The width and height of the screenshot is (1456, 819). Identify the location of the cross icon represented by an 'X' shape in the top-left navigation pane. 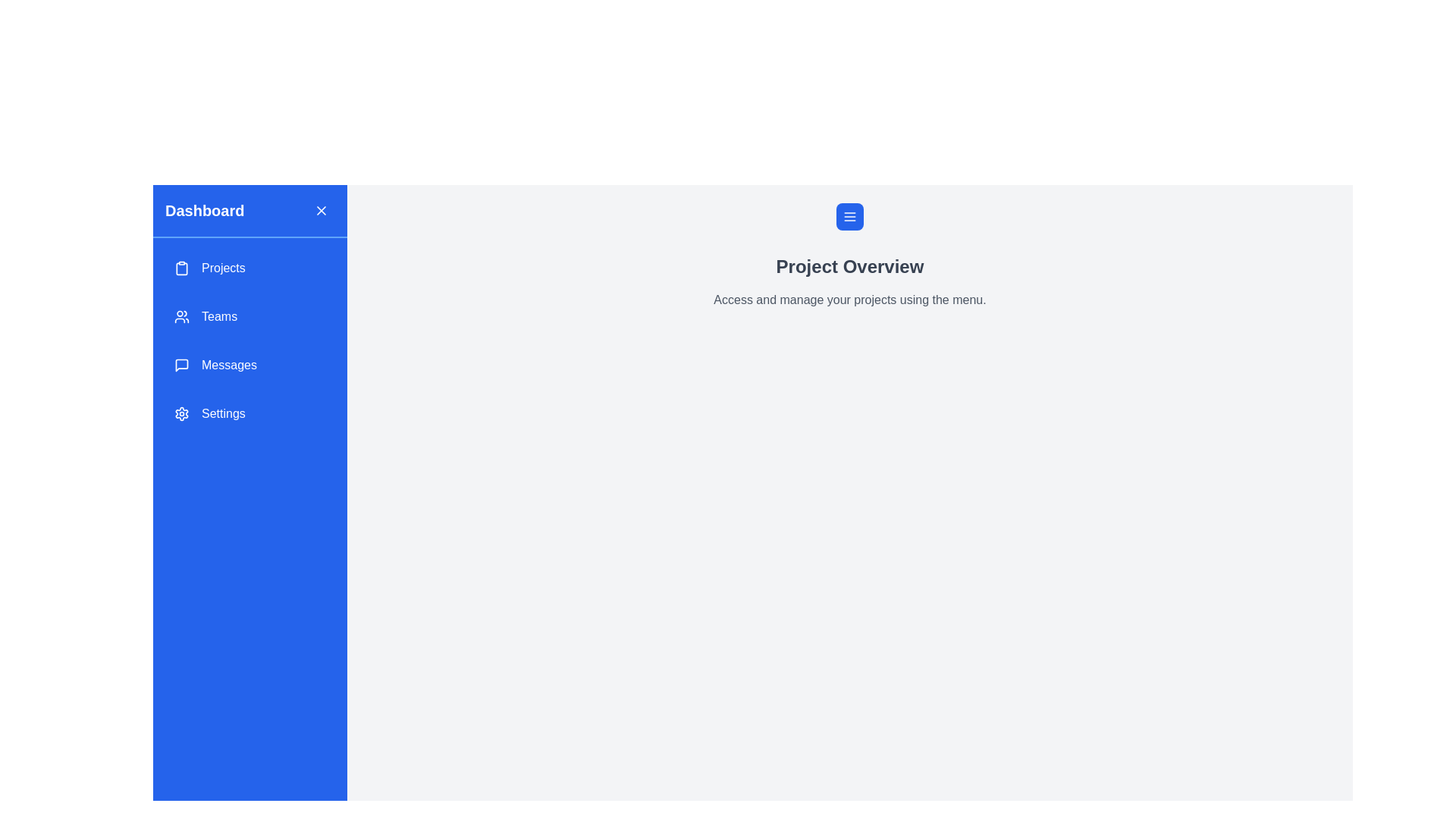
(320, 210).